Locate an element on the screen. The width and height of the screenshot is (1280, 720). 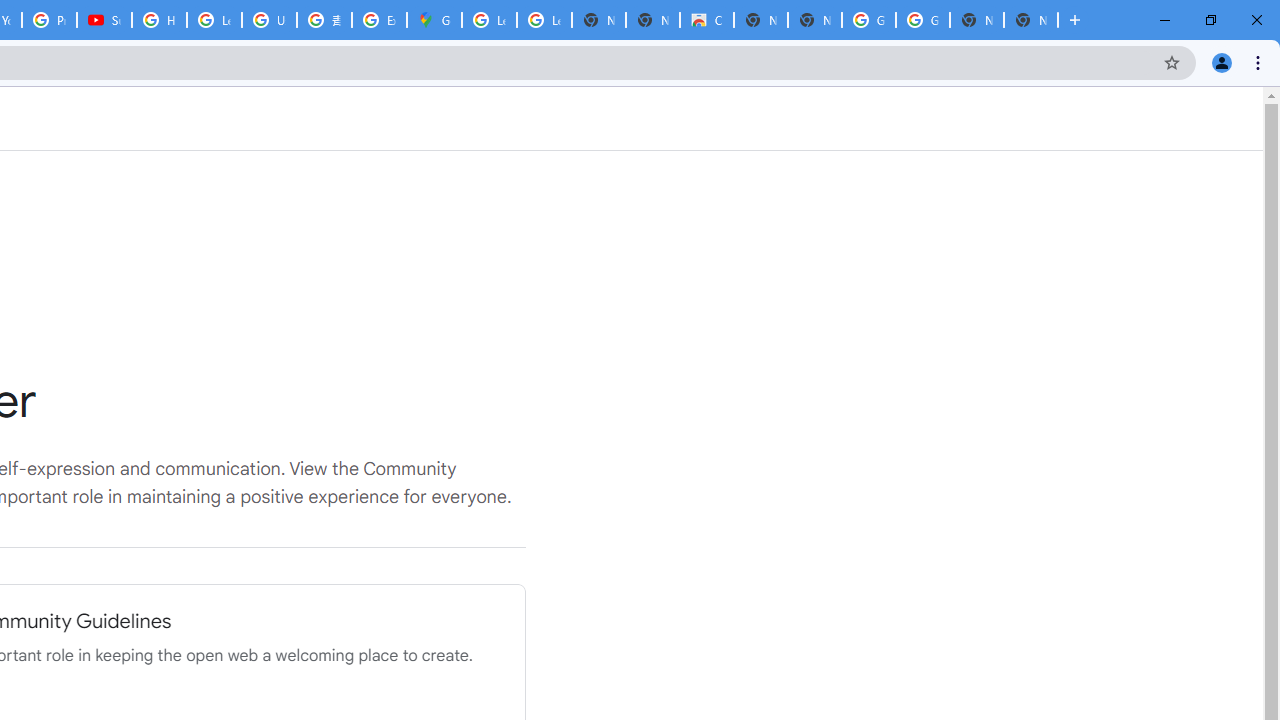
'How Chrome protects your passwords - Google Chrome Help' is located at coordinates (158, 20).